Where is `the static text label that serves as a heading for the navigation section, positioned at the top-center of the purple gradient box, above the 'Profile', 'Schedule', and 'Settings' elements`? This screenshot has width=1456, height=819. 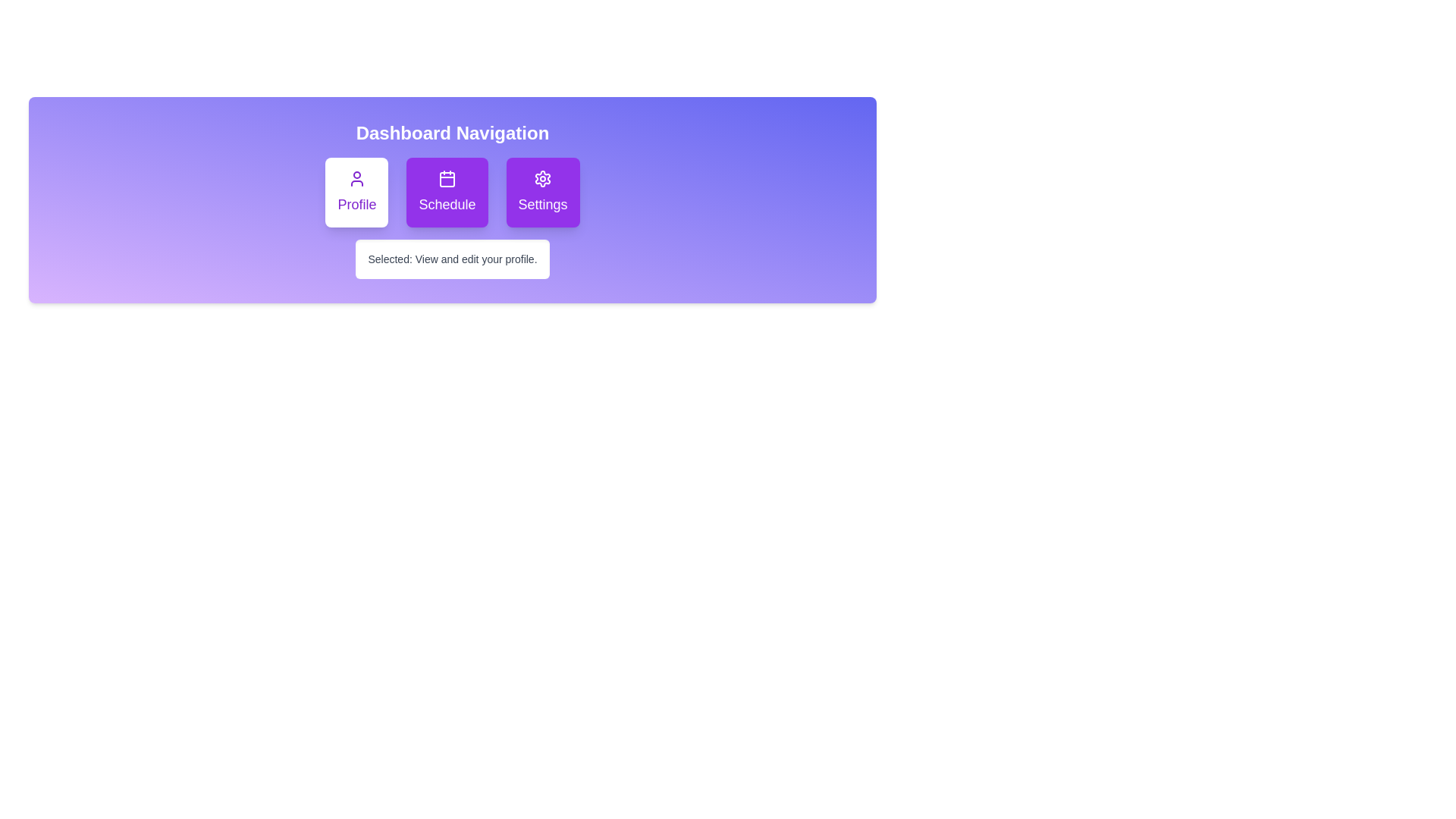 the static text label that serves as a heading for the navigation section, positioned at the top-center of the purple gradient box, above the 'Profile', 'Schedule', and 'Settings' elements is located at coordinates (451, 133).